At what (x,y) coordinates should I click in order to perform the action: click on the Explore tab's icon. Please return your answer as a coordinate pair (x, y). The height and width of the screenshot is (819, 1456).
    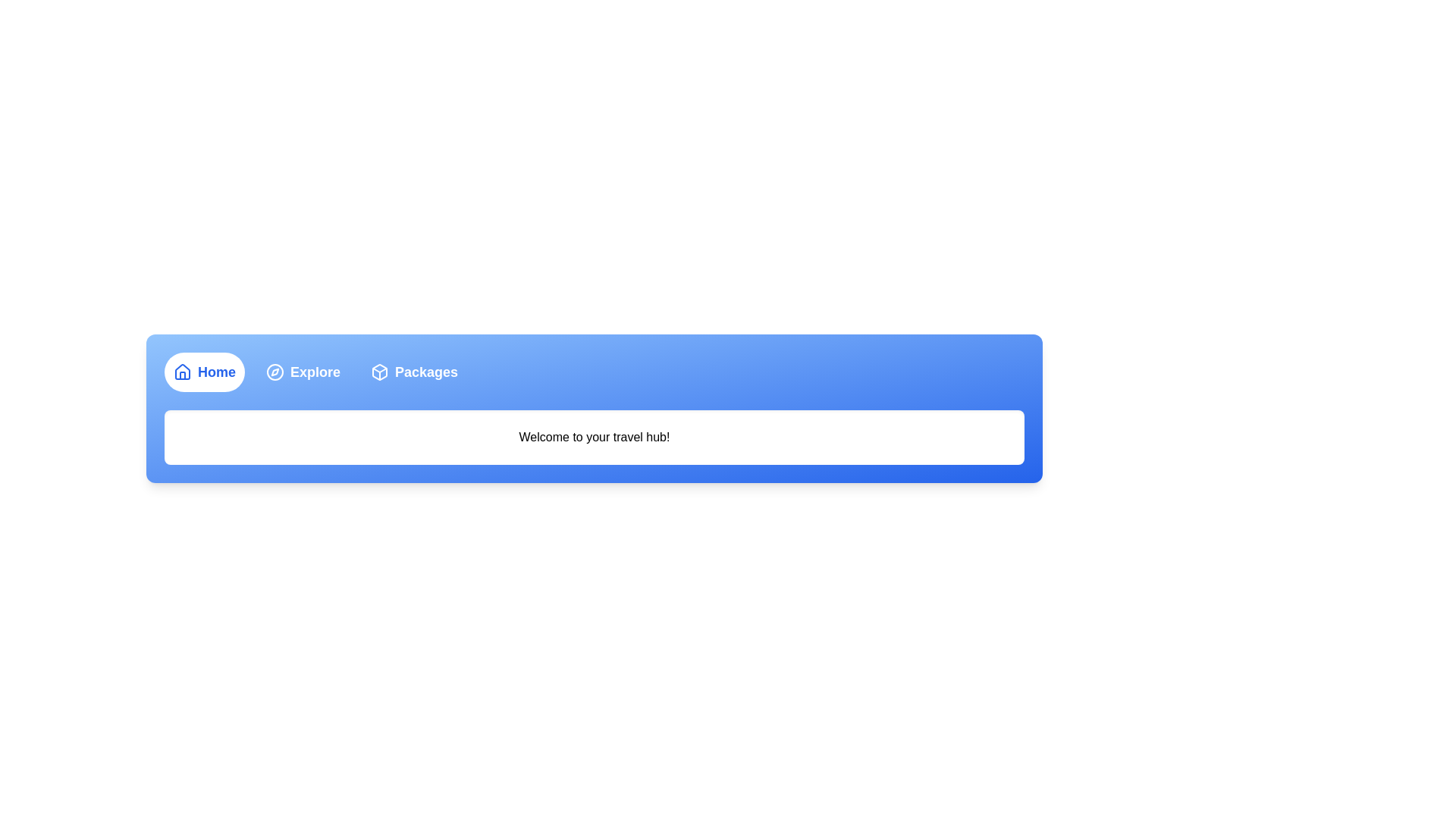
    Looking at the image, I should click on (275, 372).